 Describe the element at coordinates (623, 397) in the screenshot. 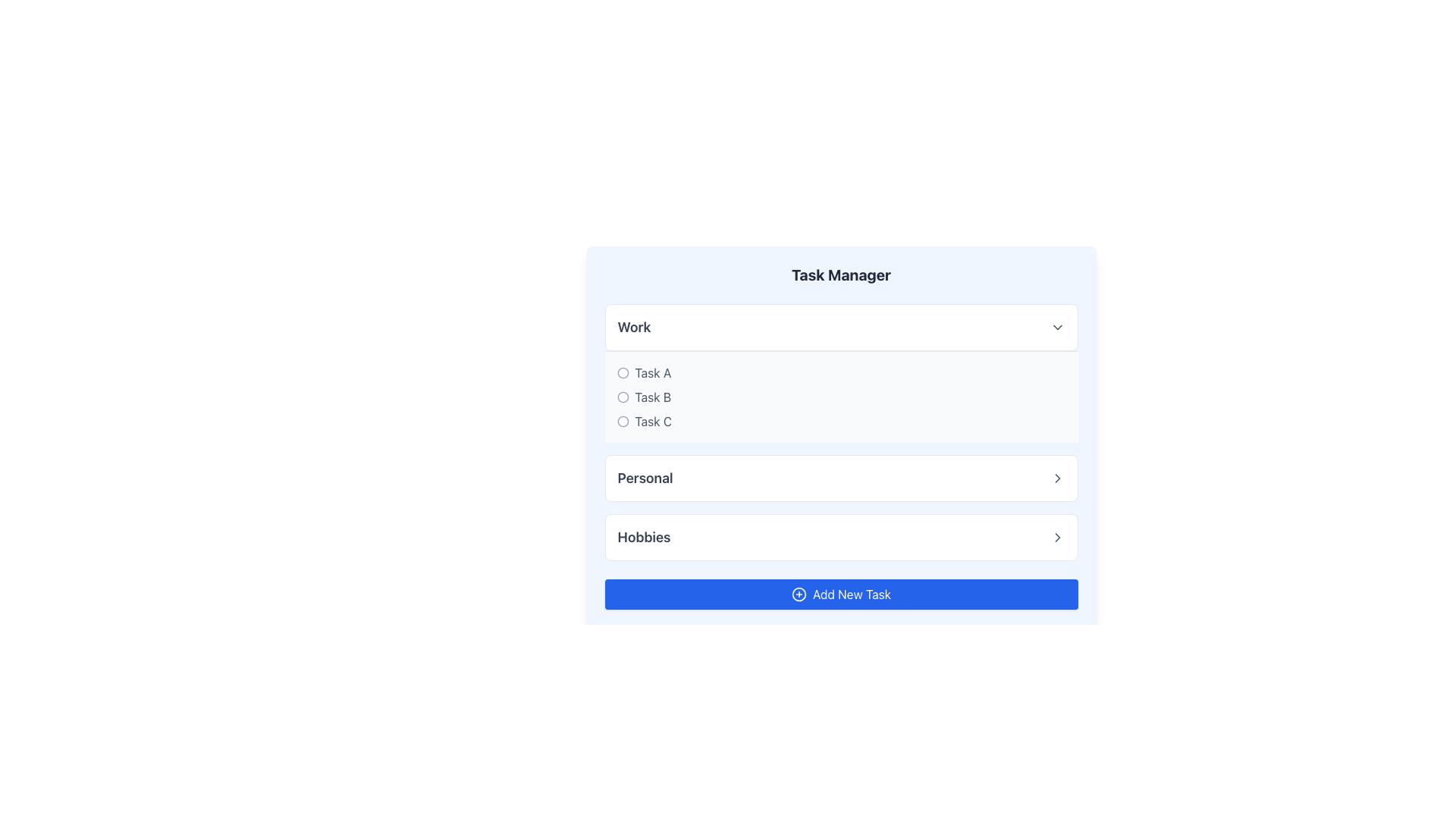

I see `the radio button` at that location.